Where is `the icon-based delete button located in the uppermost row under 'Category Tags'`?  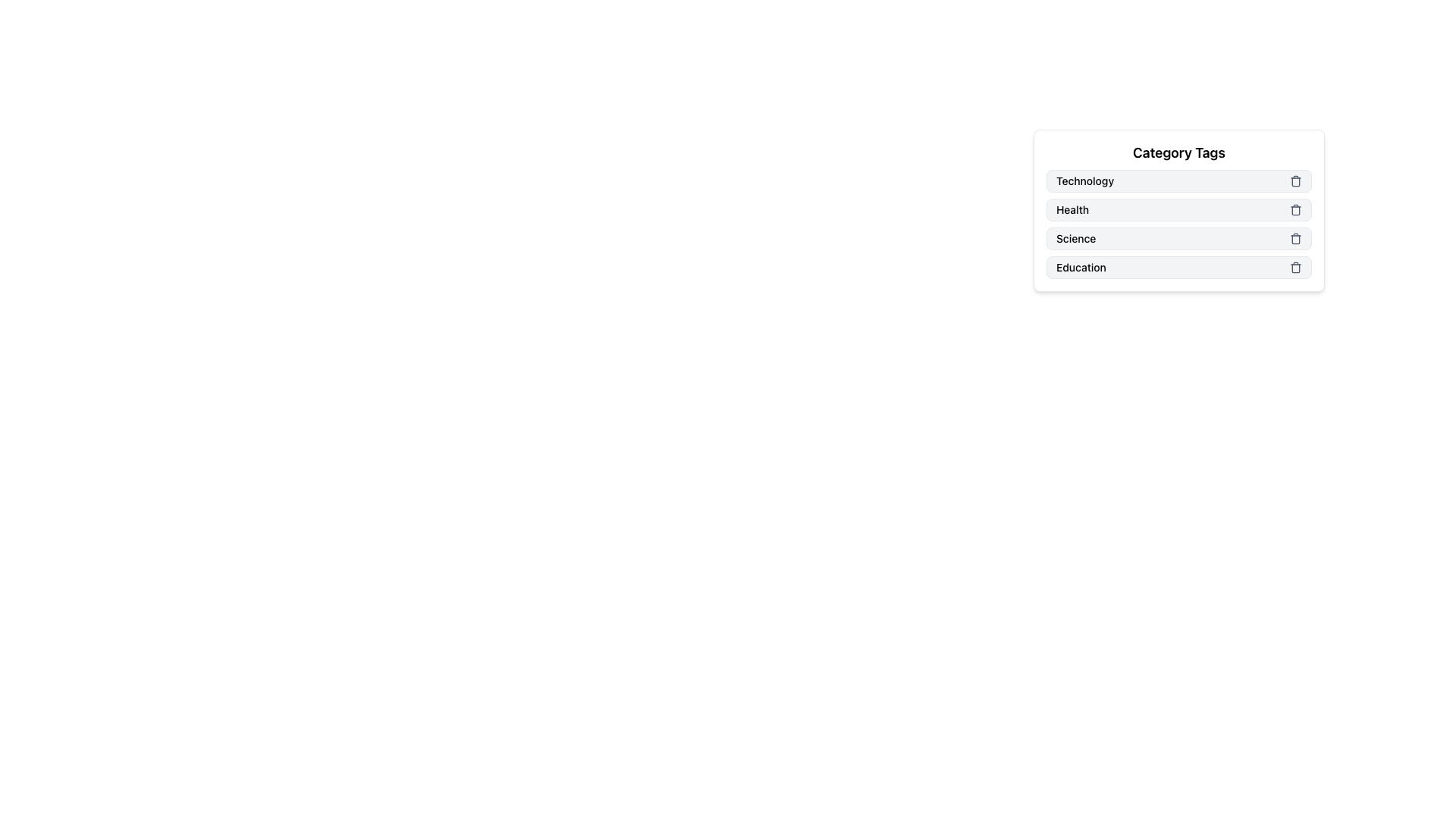
the icon-based delete button located in the uppermost row under 'Category Tags' is located at coordinates (1294, 180).